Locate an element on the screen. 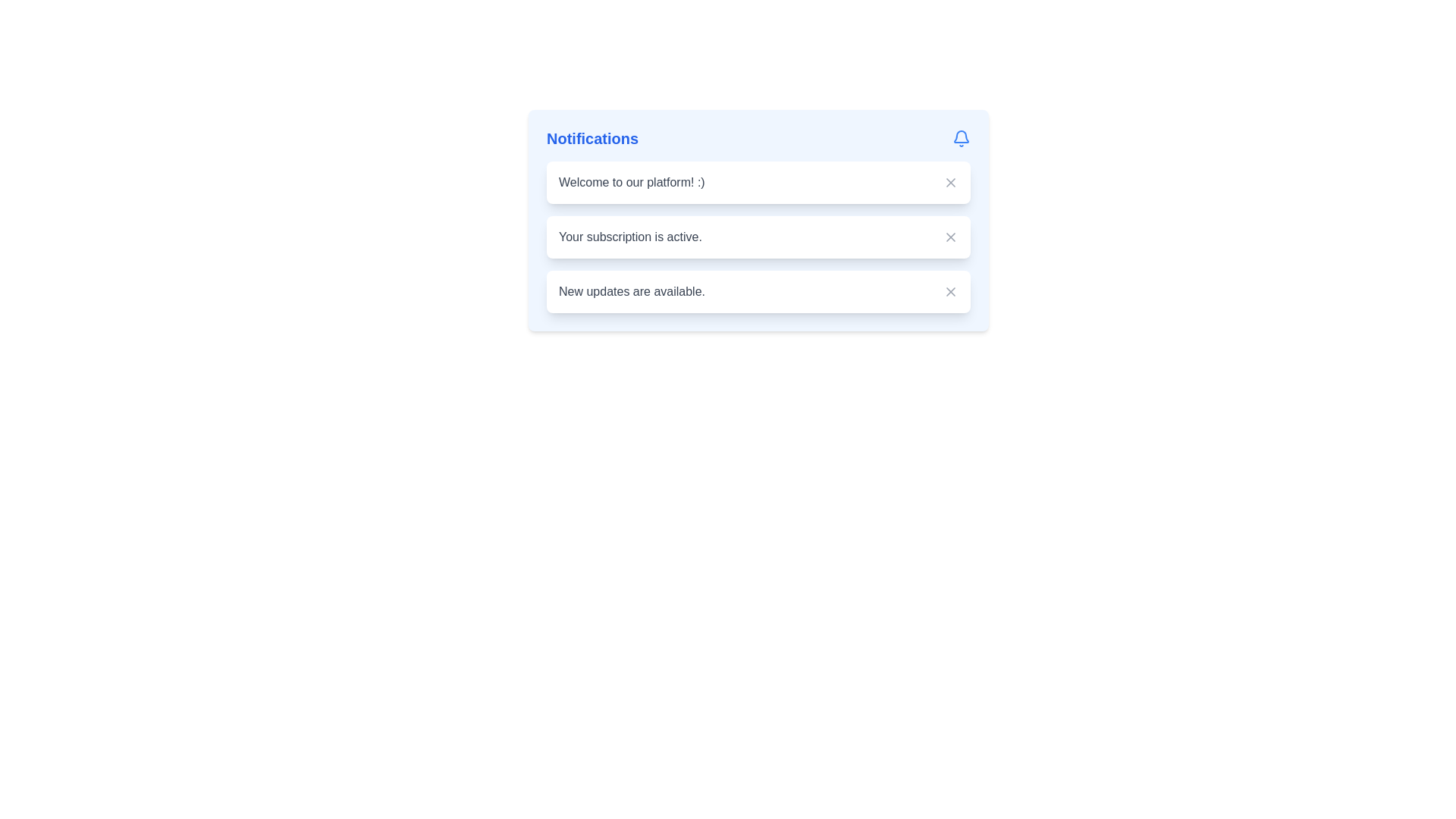 The height and width of the screenshot is (819, 1456). the close button 'X' icon within the third notification card, which is represented by a diagonal line from the upper right to the lower left corner is located at coordinates (949, 292).